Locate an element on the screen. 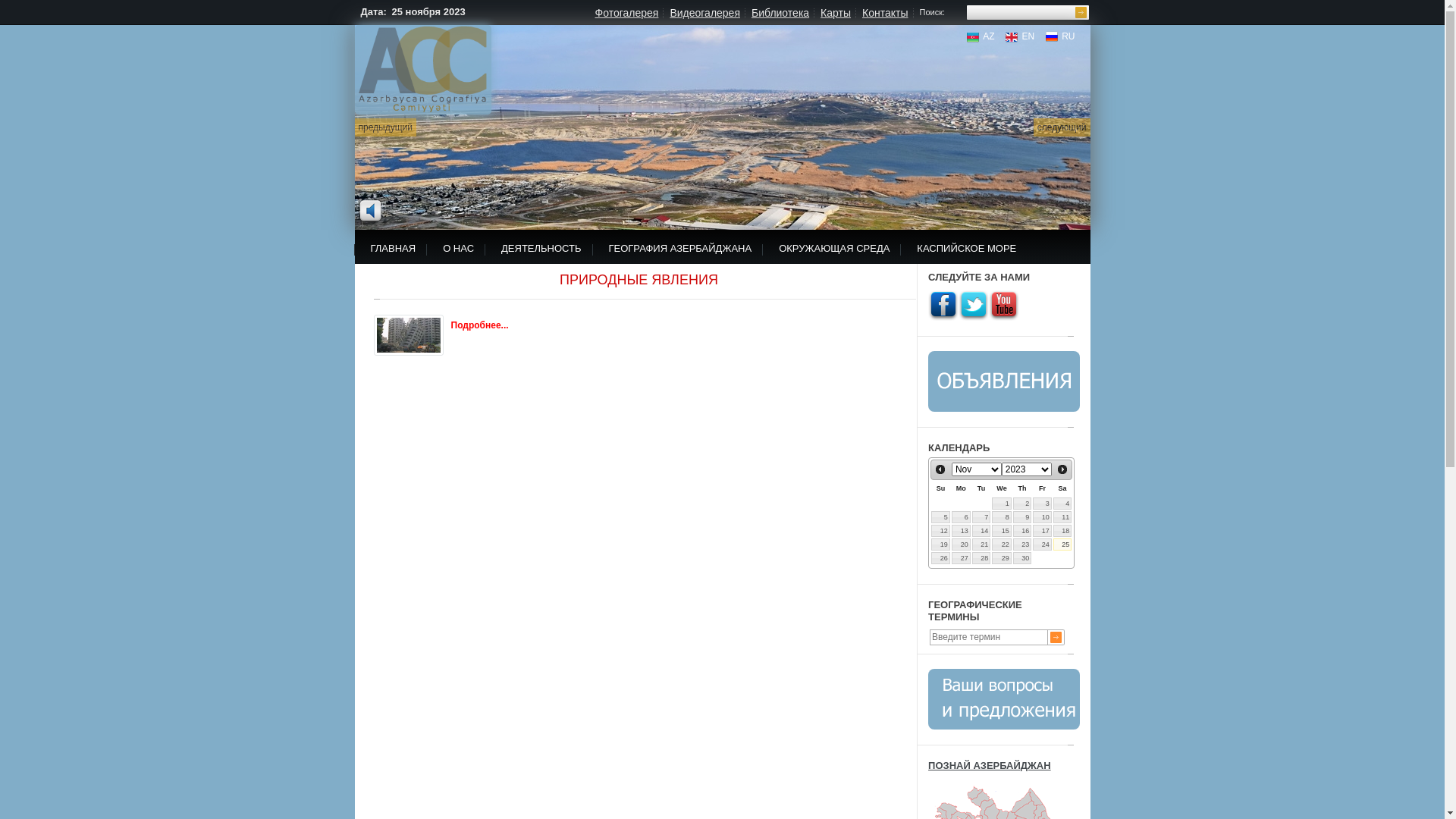  '18' is located at coordinates (1062, 529).